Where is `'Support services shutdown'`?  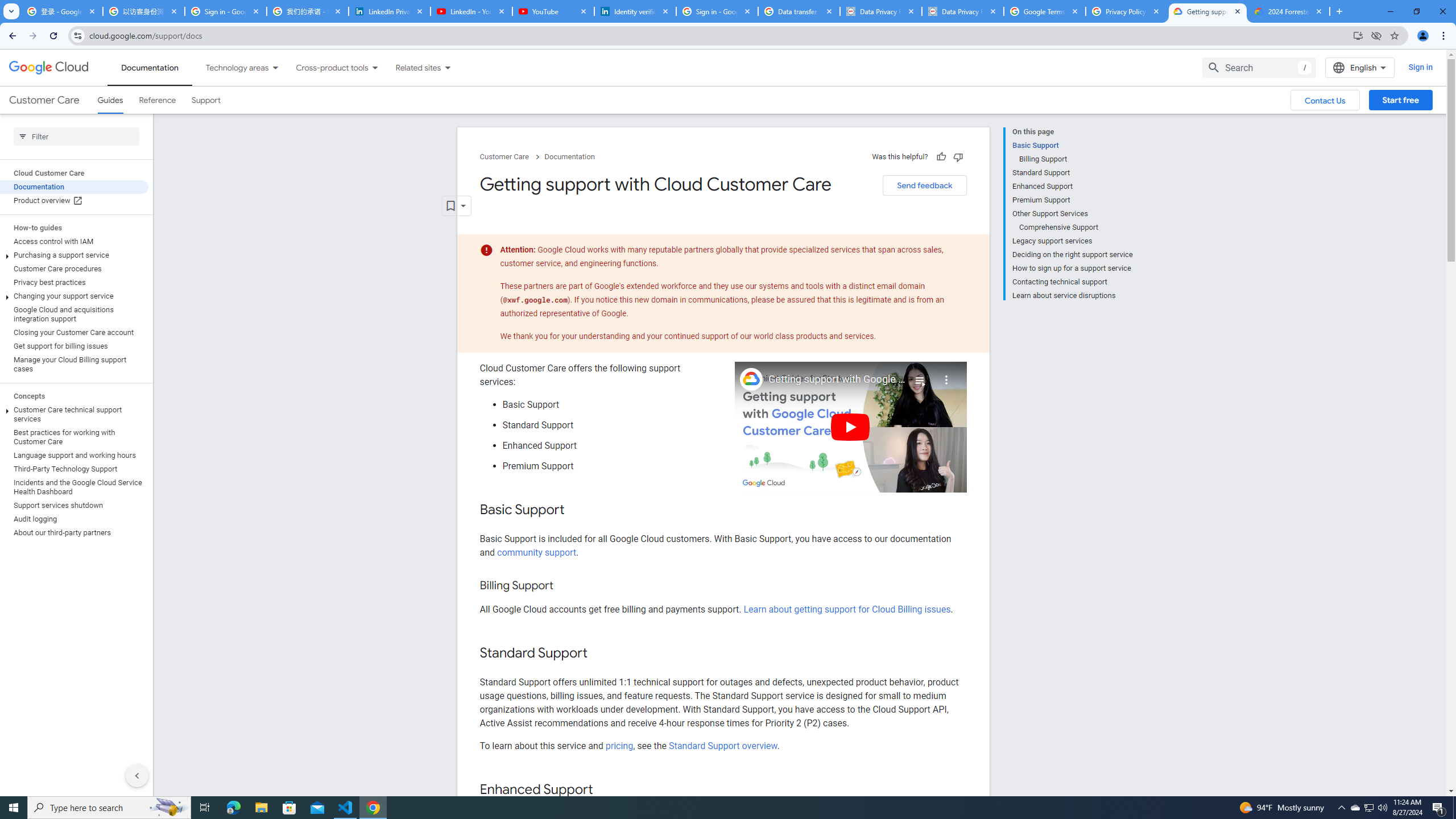 'Support services shutdown' is located at coordinates (74, 505).